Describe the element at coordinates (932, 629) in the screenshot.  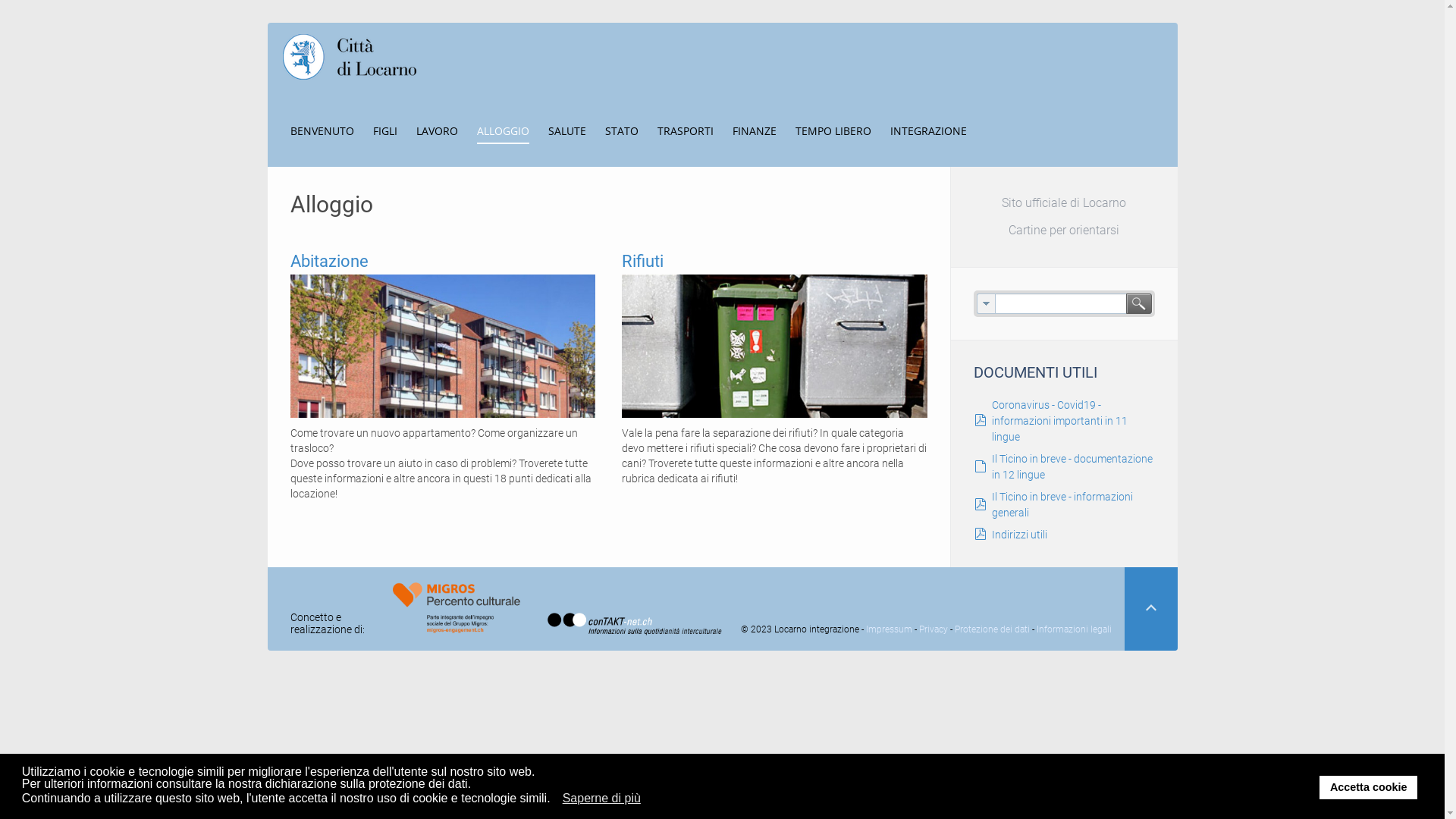
I see `'Privacy'` at that location.